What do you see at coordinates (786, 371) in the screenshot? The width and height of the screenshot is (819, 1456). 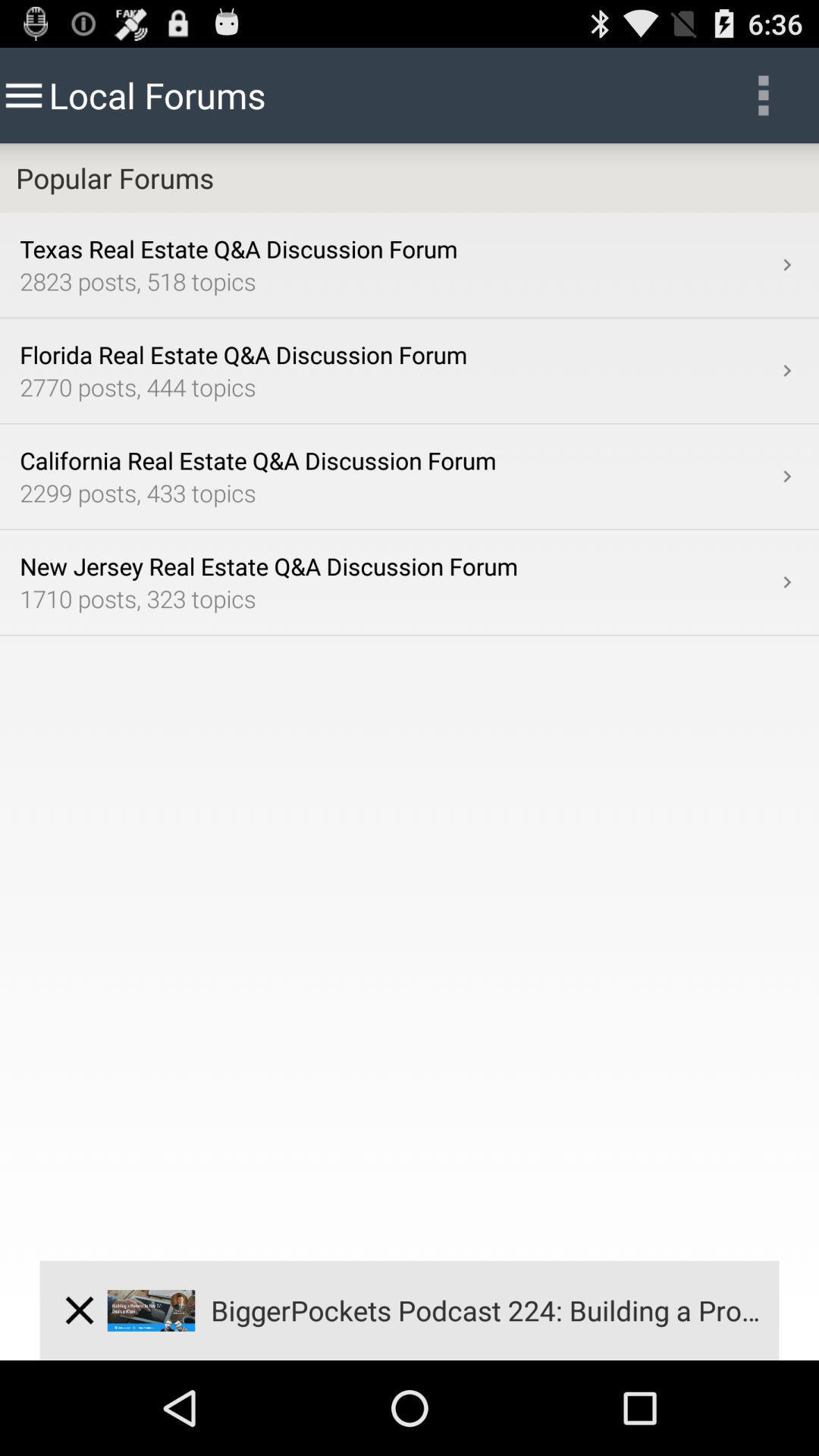 I see `item above california real estate` at bounding box center [786, 371].